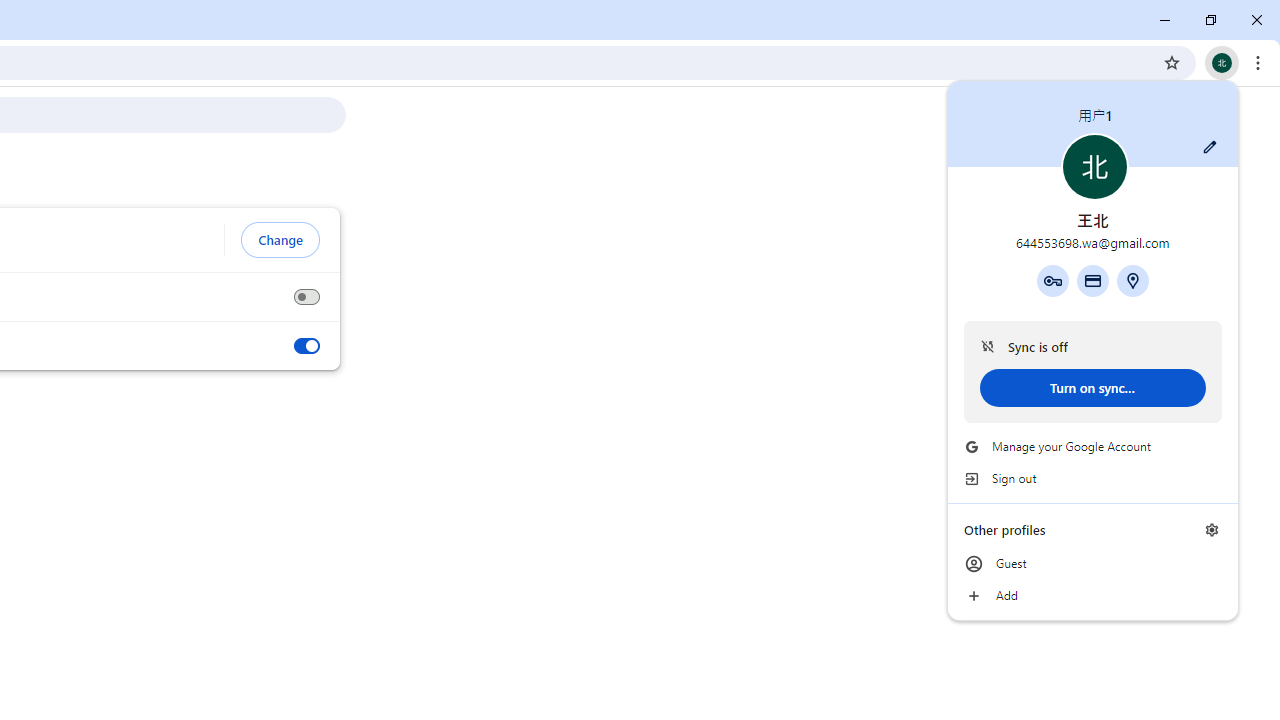  Describe the element at coordinates (1091, 280) in the screenshot. I see `'Payment methods'` at that location.